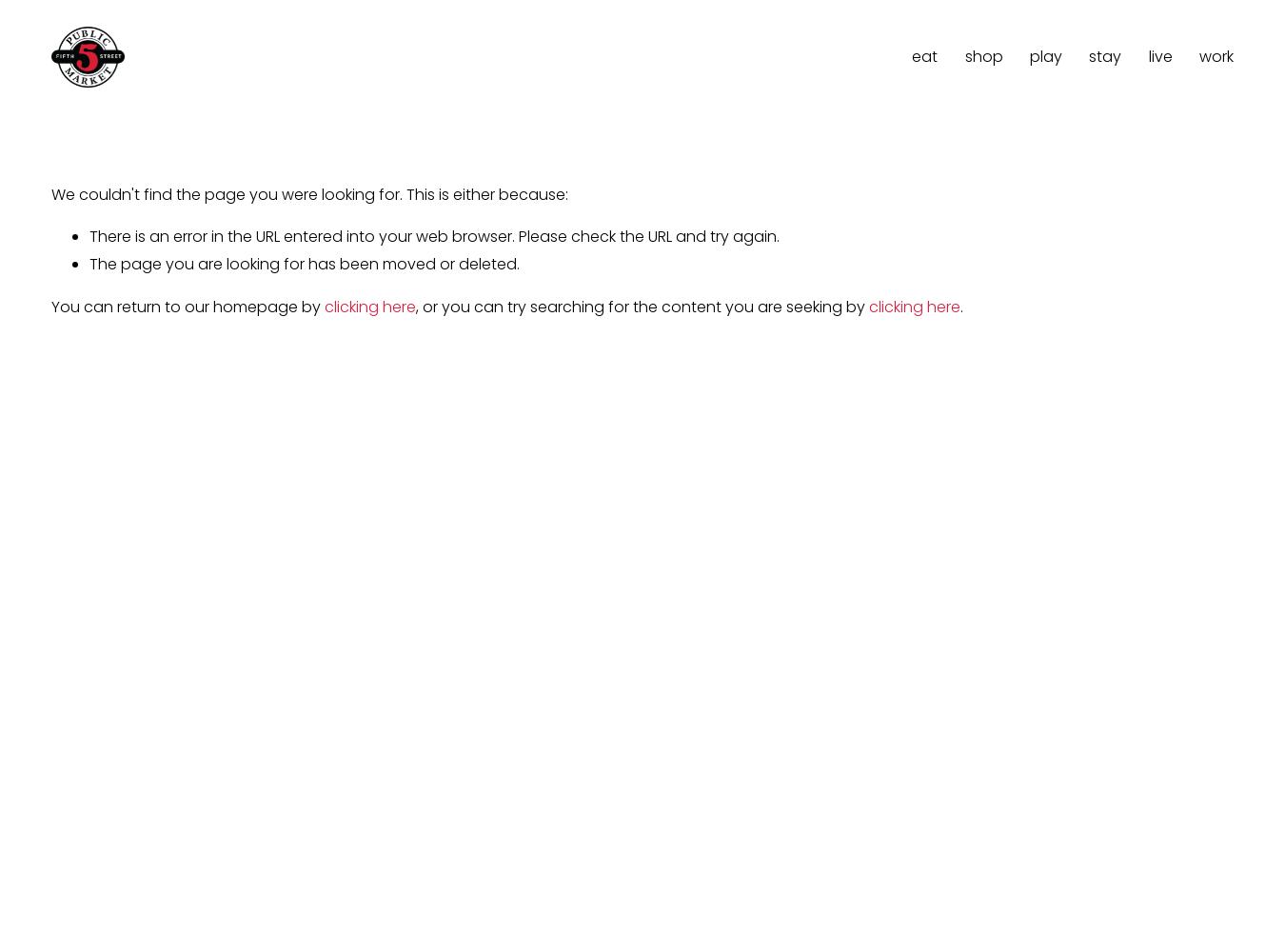  What do you see at coordinates (303, 264) in the screenshot?
I see `'The page you are looking for has been moved or deleted.'` at bounding box center [303, 264].